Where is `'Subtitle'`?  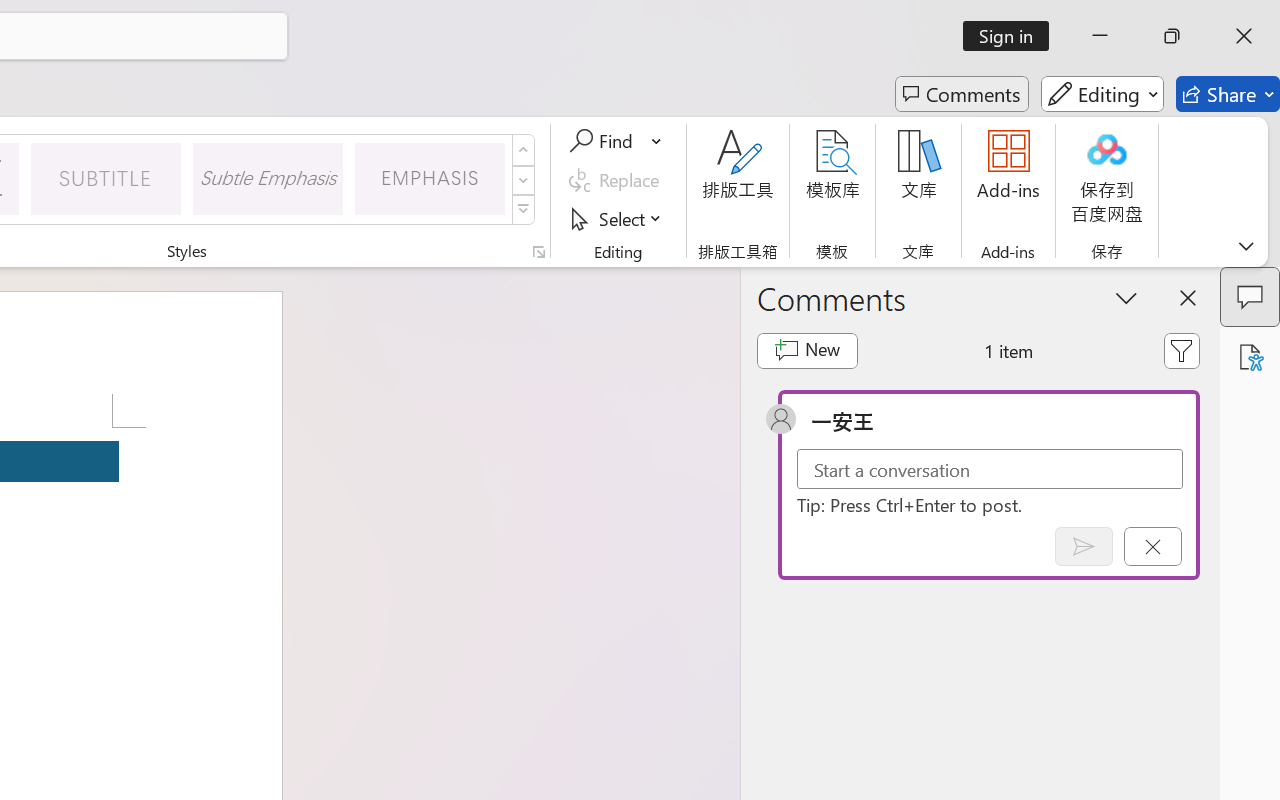 'Subtitle' is located at coordinates (105, 177).